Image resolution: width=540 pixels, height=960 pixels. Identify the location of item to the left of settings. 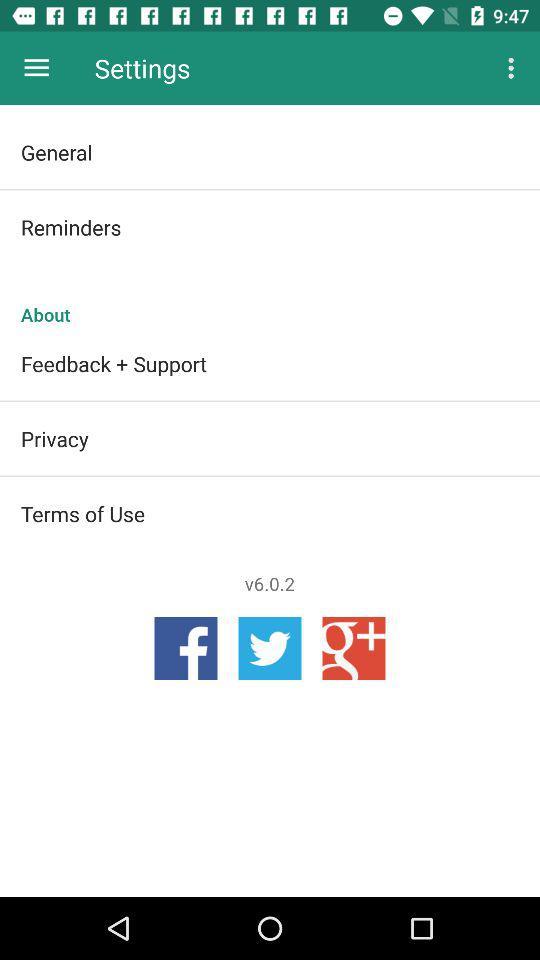
(36, 68).